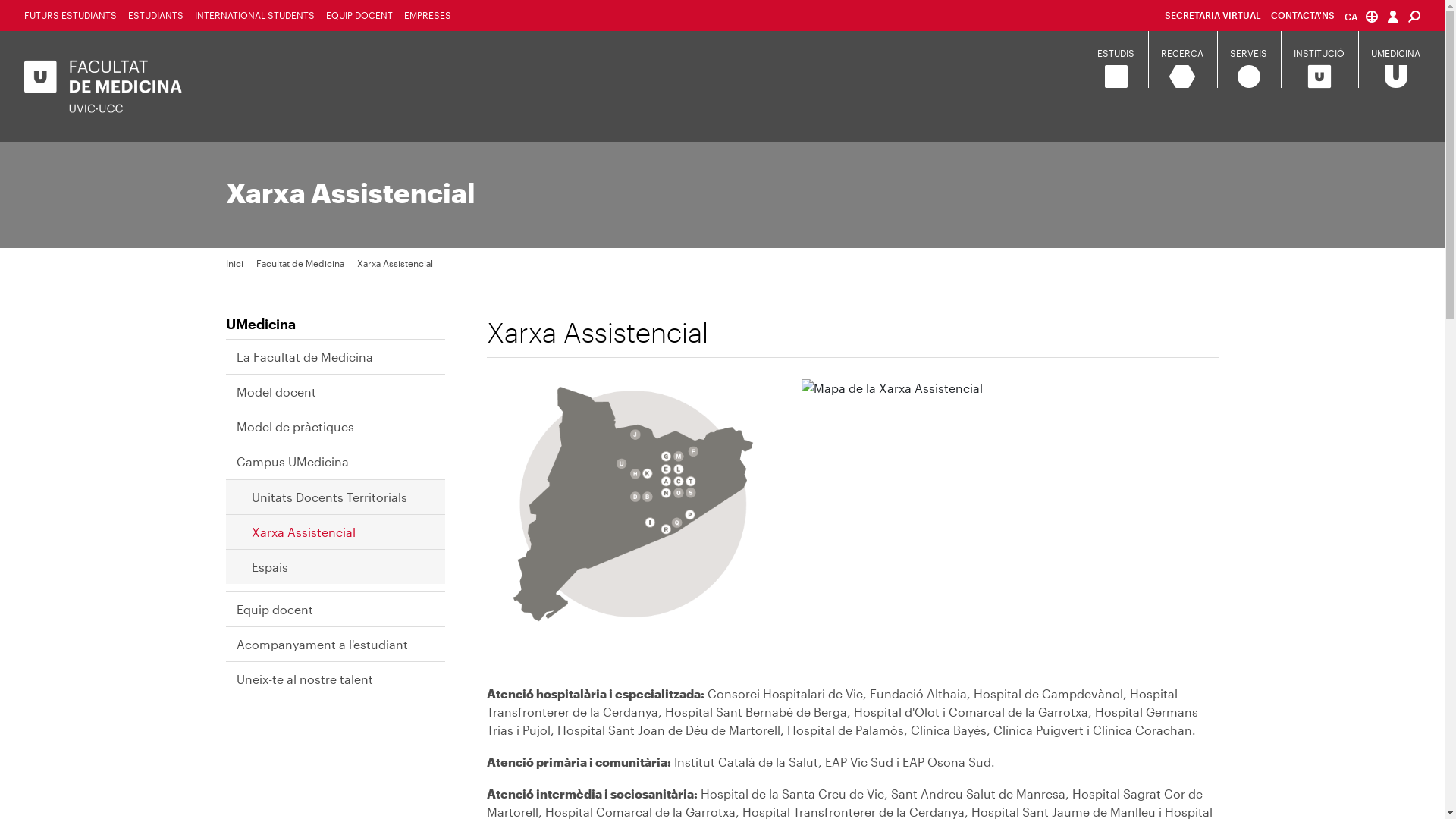 The height and width of the screenshot is (819, 1456). Describe the element at coordinates (1395, 52) in the screenshot. I see `'UMEDICINA'` at that location.